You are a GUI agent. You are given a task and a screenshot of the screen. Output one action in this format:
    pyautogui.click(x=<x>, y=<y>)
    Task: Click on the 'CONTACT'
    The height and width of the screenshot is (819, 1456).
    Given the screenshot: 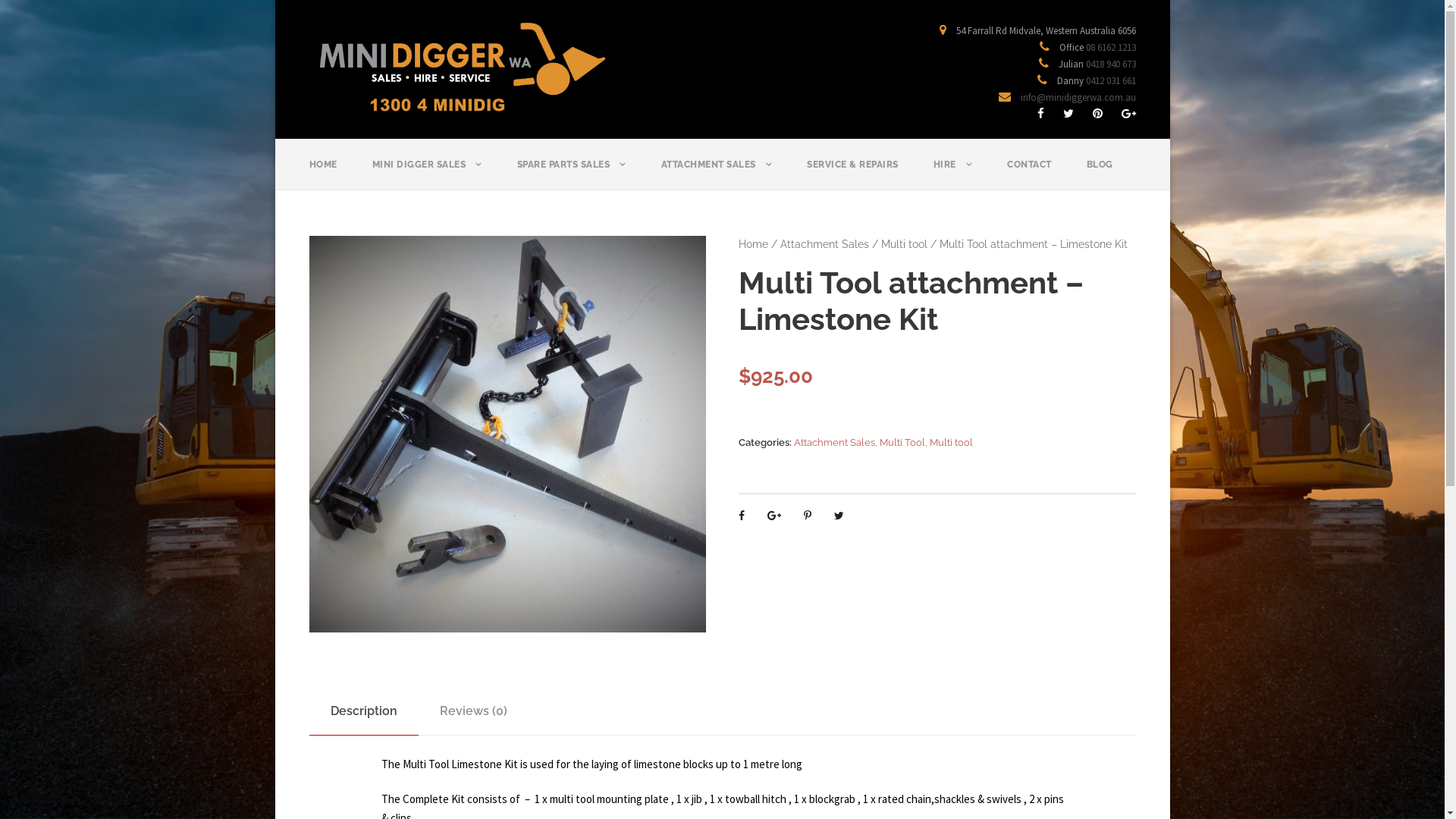 What is the action you would take?
    pyautogui.click(x=1029, y=172)
    